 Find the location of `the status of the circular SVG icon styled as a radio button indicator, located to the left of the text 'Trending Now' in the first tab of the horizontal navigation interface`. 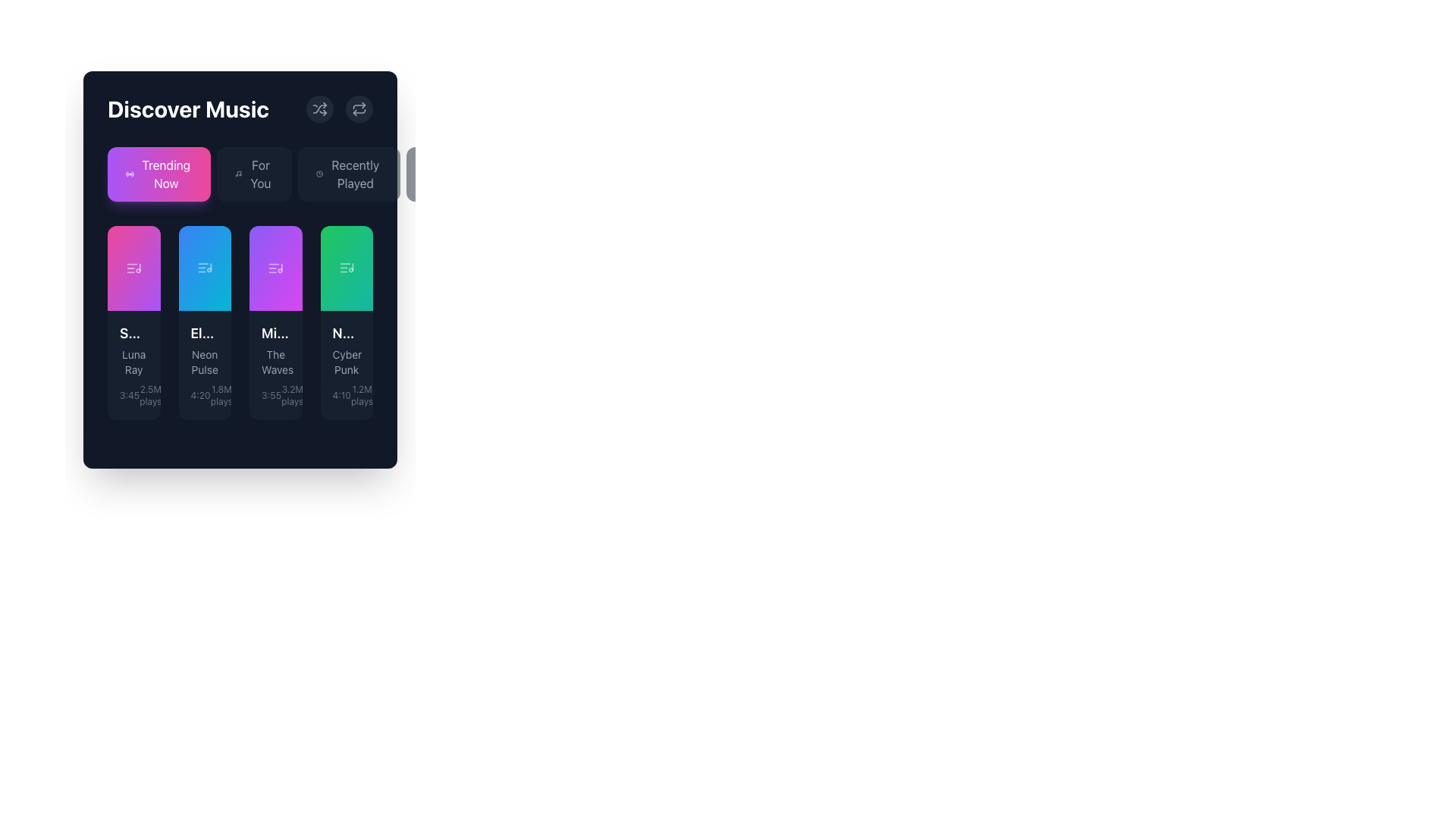

the status of the circular SVG icon styled as a radio button indicator, located to the left of the text 'Trending Now' in the first tab of the horizontal navigation interface is located at coordinates (130, 174).